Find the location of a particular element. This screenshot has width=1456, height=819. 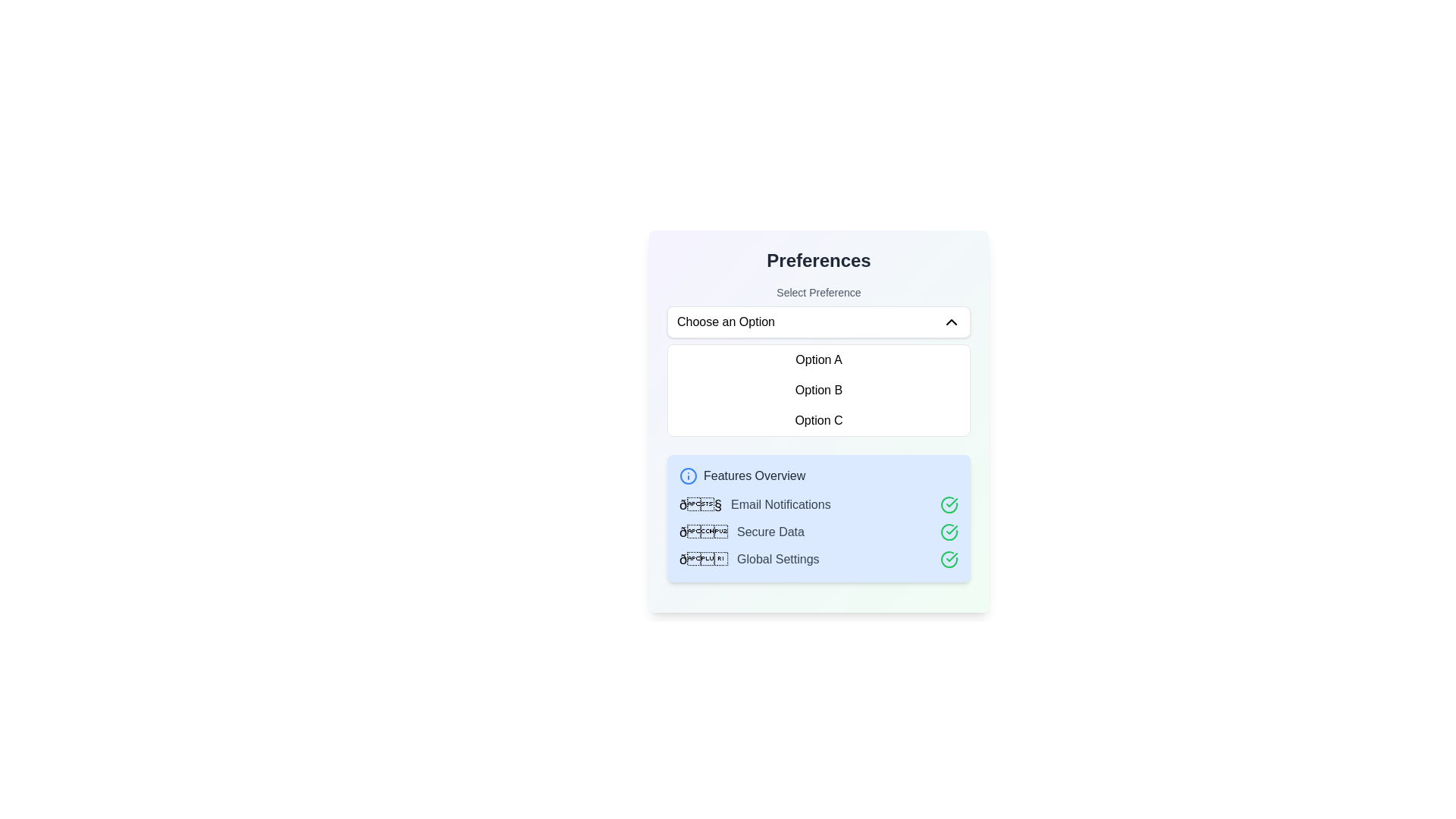

the circular icon with a green outline and a white checkmark symbol, which is located next to the 'Global Settings' text at the bottom of the feature list is located at coordinates (949, 559).